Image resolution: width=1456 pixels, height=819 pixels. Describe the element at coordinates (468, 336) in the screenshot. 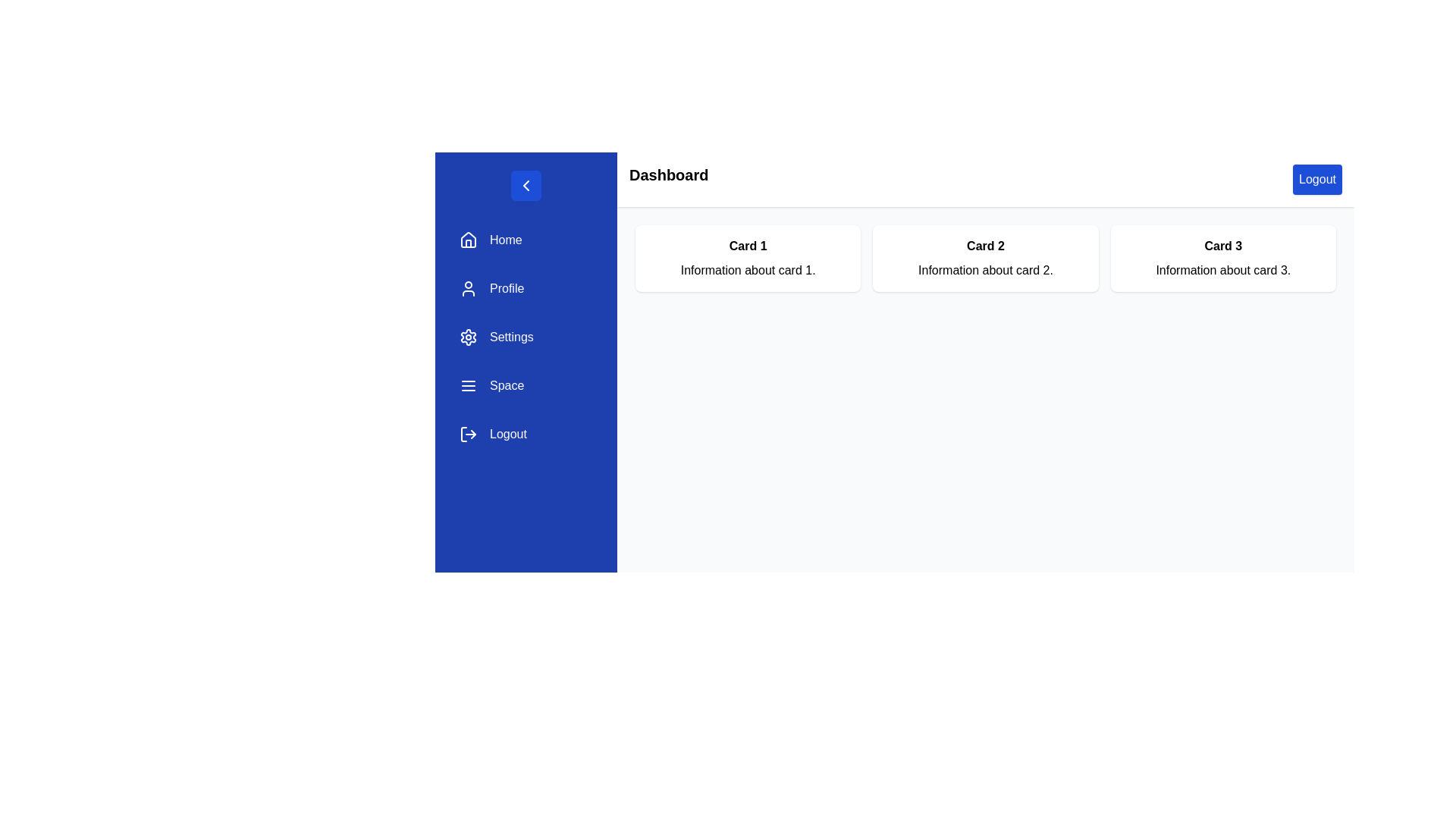

I see `the gear icon representing the settings function, which is a blue SVG graphic located in the sidebar` at that location.